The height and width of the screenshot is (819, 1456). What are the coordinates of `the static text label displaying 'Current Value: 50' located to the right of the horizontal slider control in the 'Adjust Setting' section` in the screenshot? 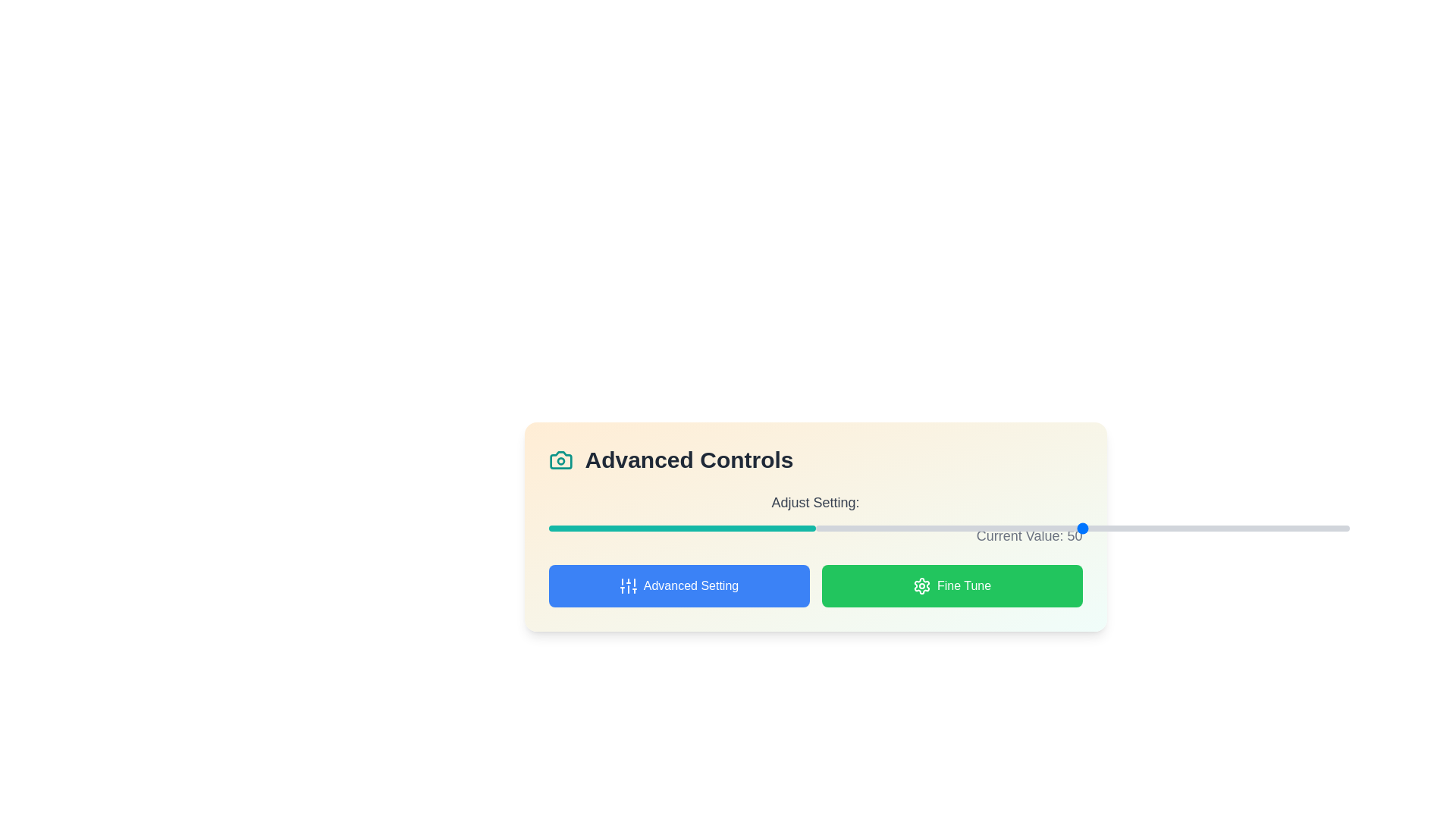 It's located at (814, 535).